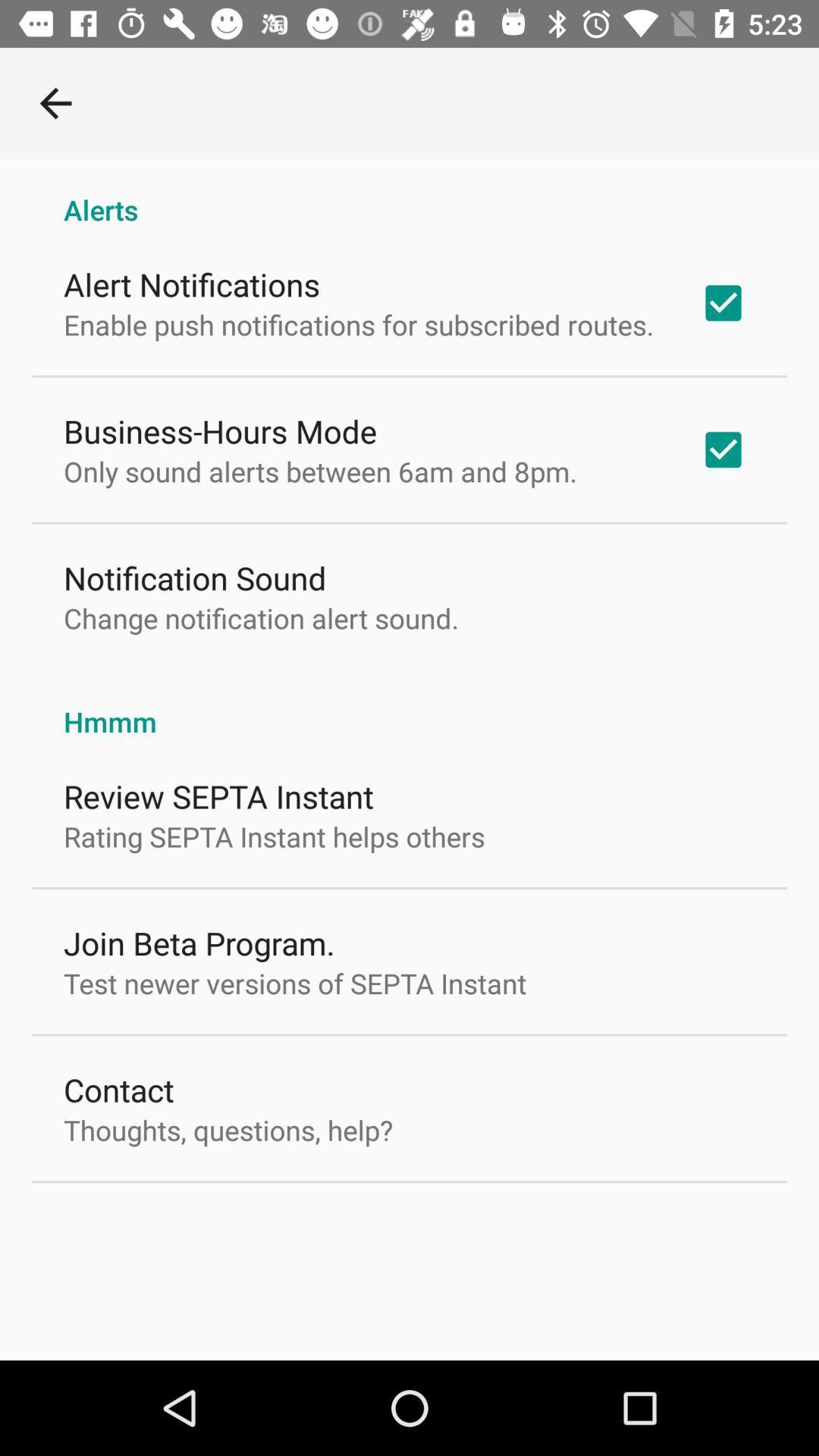 The image size is (819, 1456). What do you see at coordinates (220, 430) in the screenshot?
I see `business-hours mode` at bounding box center [220, 430].